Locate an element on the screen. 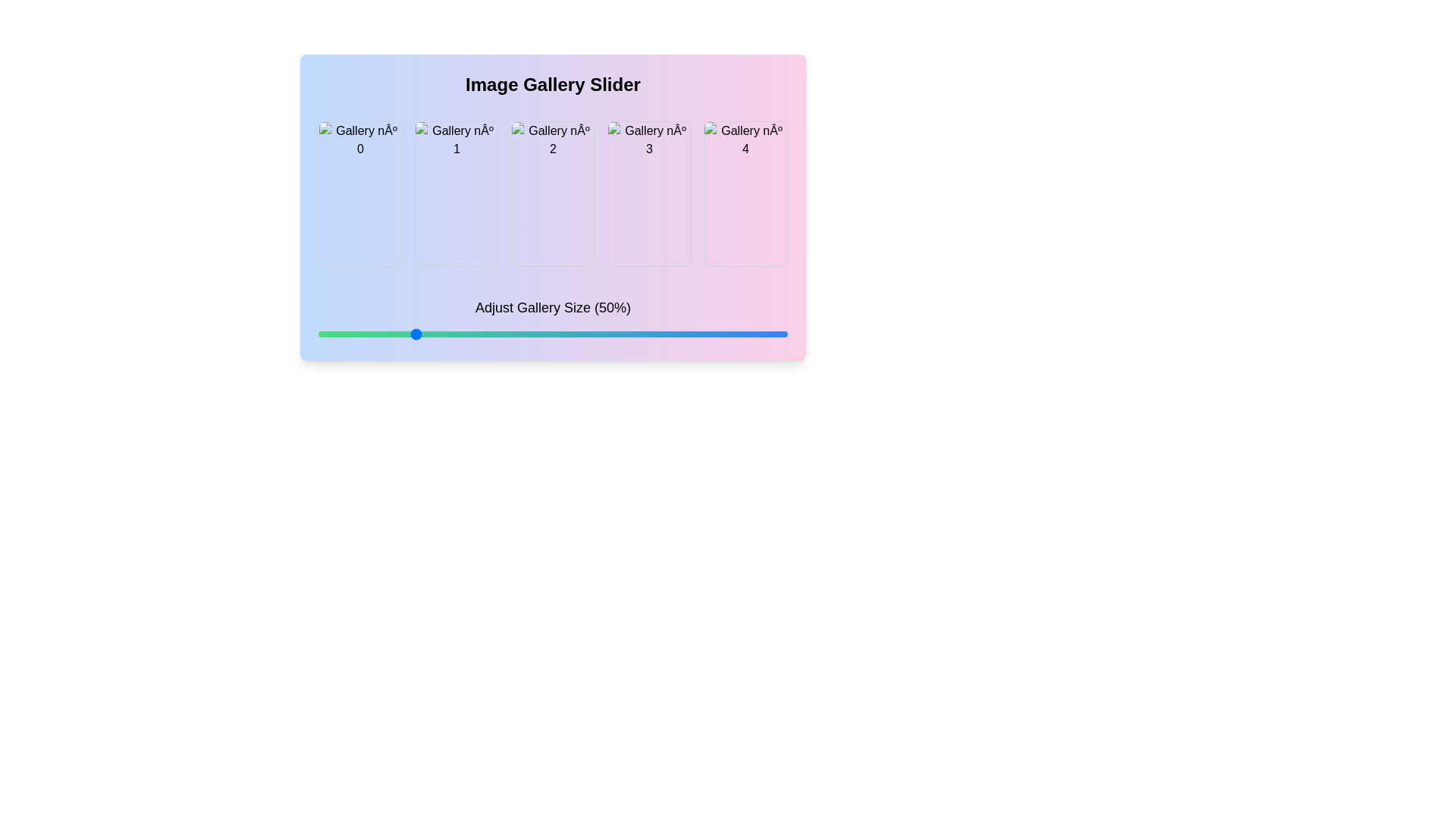 This screenshot has width=1456, height=819. the gallery size slider to 126% is located at coordinates (697, 333).